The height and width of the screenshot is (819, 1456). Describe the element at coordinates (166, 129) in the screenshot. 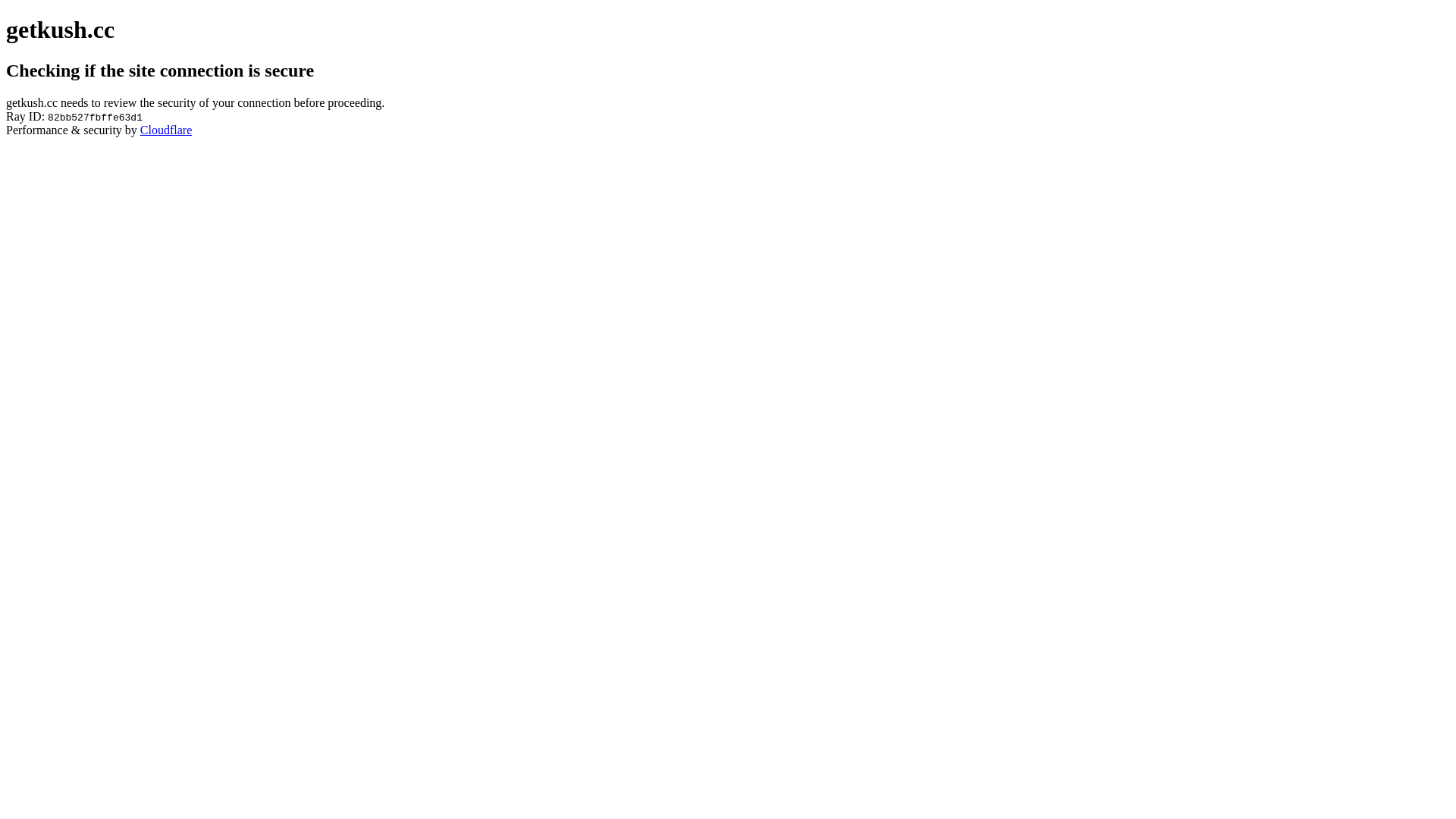

I see `'Cloudflare'` at that location.